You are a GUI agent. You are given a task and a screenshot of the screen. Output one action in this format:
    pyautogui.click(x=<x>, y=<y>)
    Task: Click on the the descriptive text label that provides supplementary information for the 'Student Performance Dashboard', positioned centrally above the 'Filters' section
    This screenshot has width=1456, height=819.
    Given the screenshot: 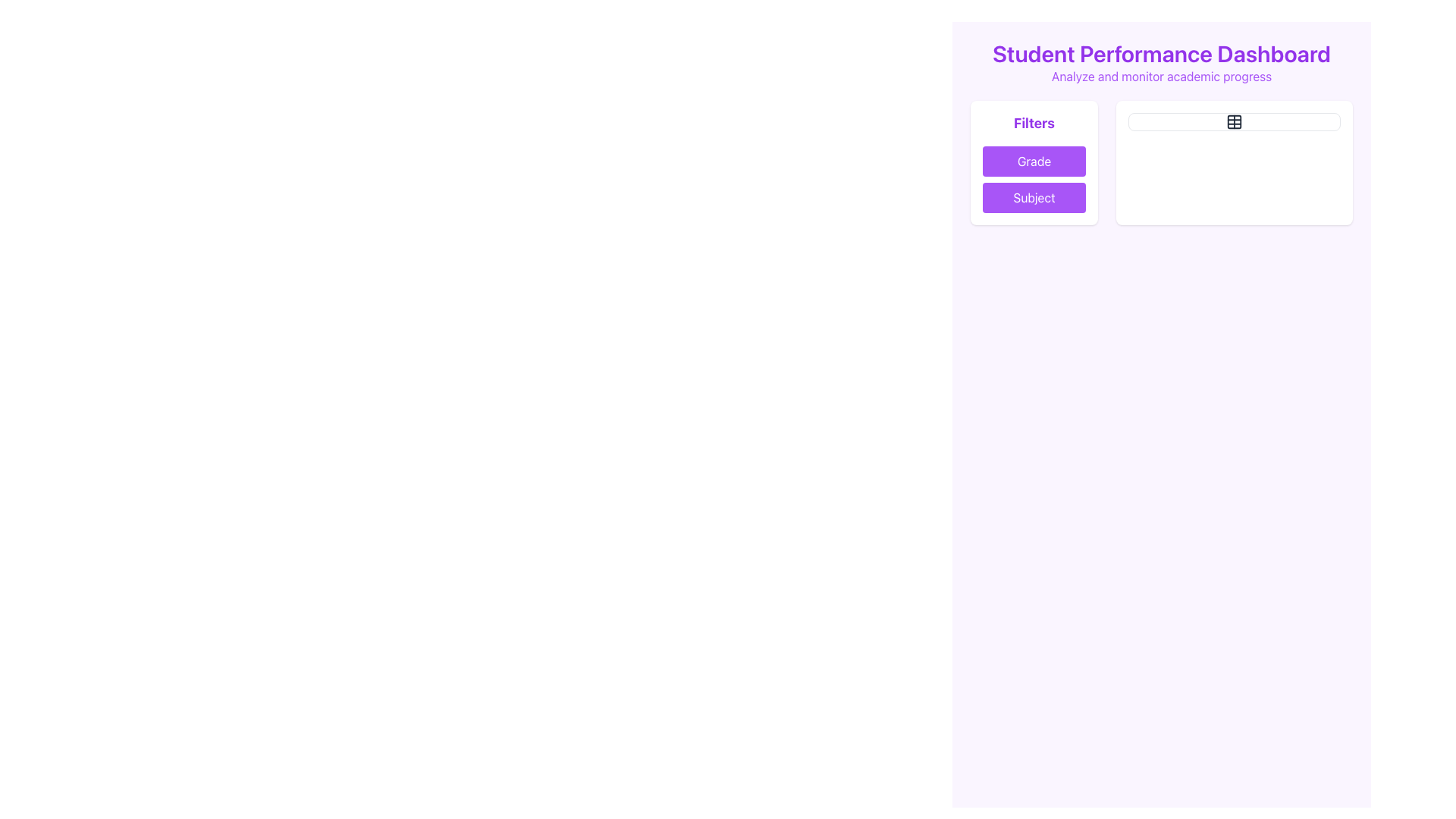 What is the action you would take?
    pyautogui.click(x=1160, y=76)
    